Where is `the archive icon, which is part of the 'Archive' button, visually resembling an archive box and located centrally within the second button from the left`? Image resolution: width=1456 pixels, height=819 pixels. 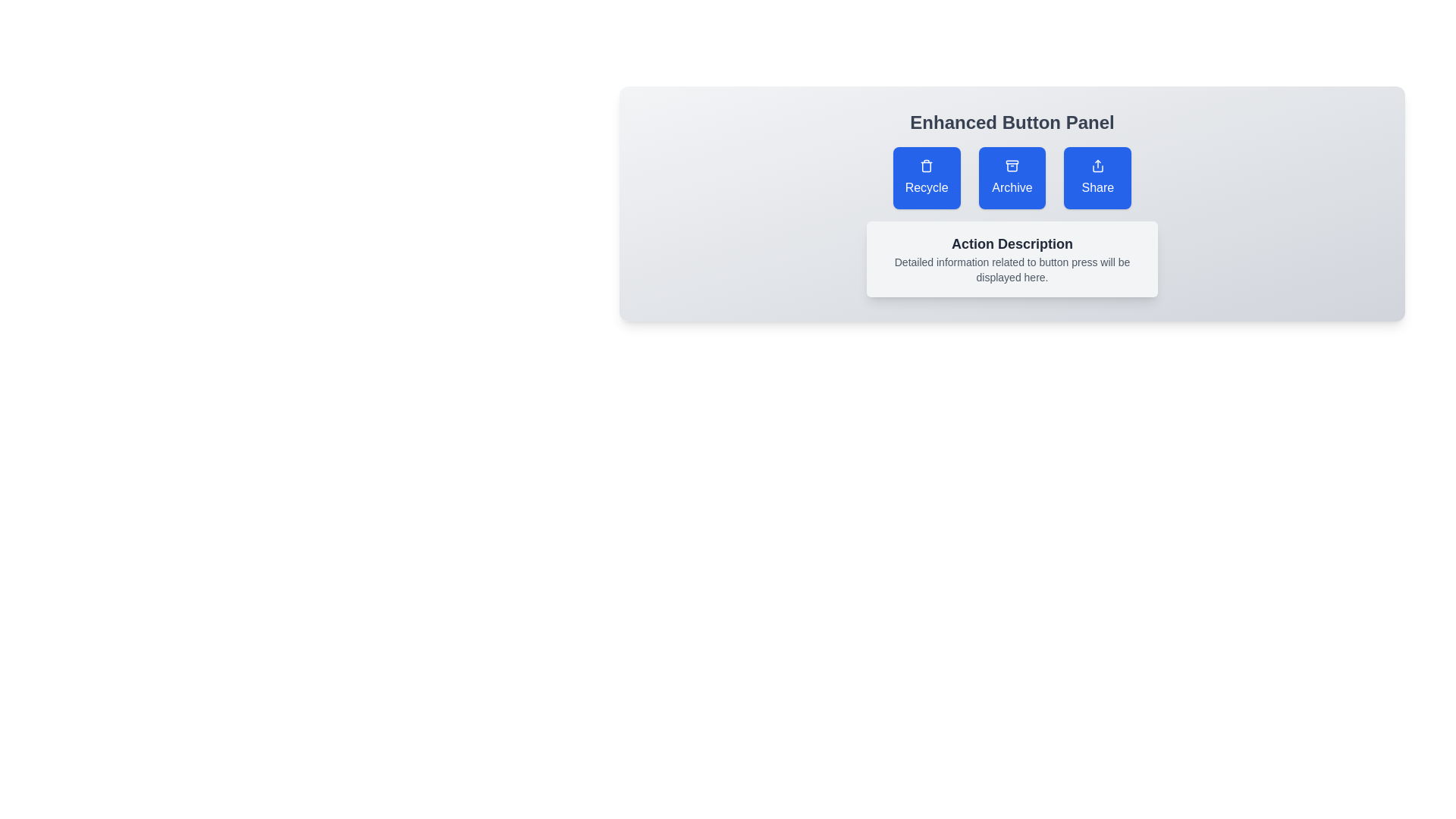 the archive icon, which is part of the 'Archive' button, visually resembling an archive box and located centrally within the second button from the left is located at coordinates (1012, 166).